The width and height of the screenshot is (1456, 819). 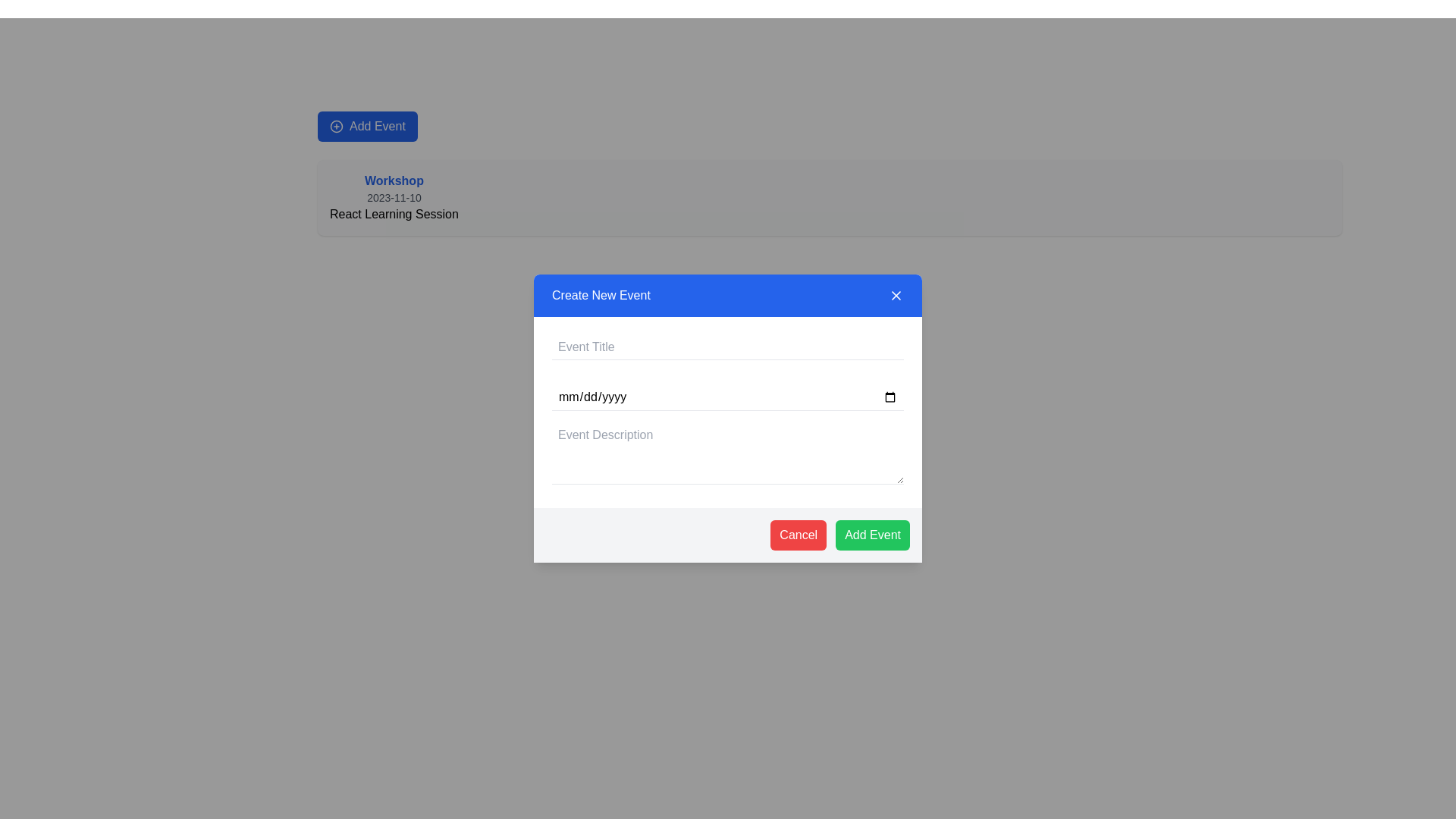 What do you see at coordinates (896, 295) in the screenshot?
I see `the close button (cross symbol) located at the top-right corner of the 'Create New Event' pop-up window` at bounding box center [896, 295].